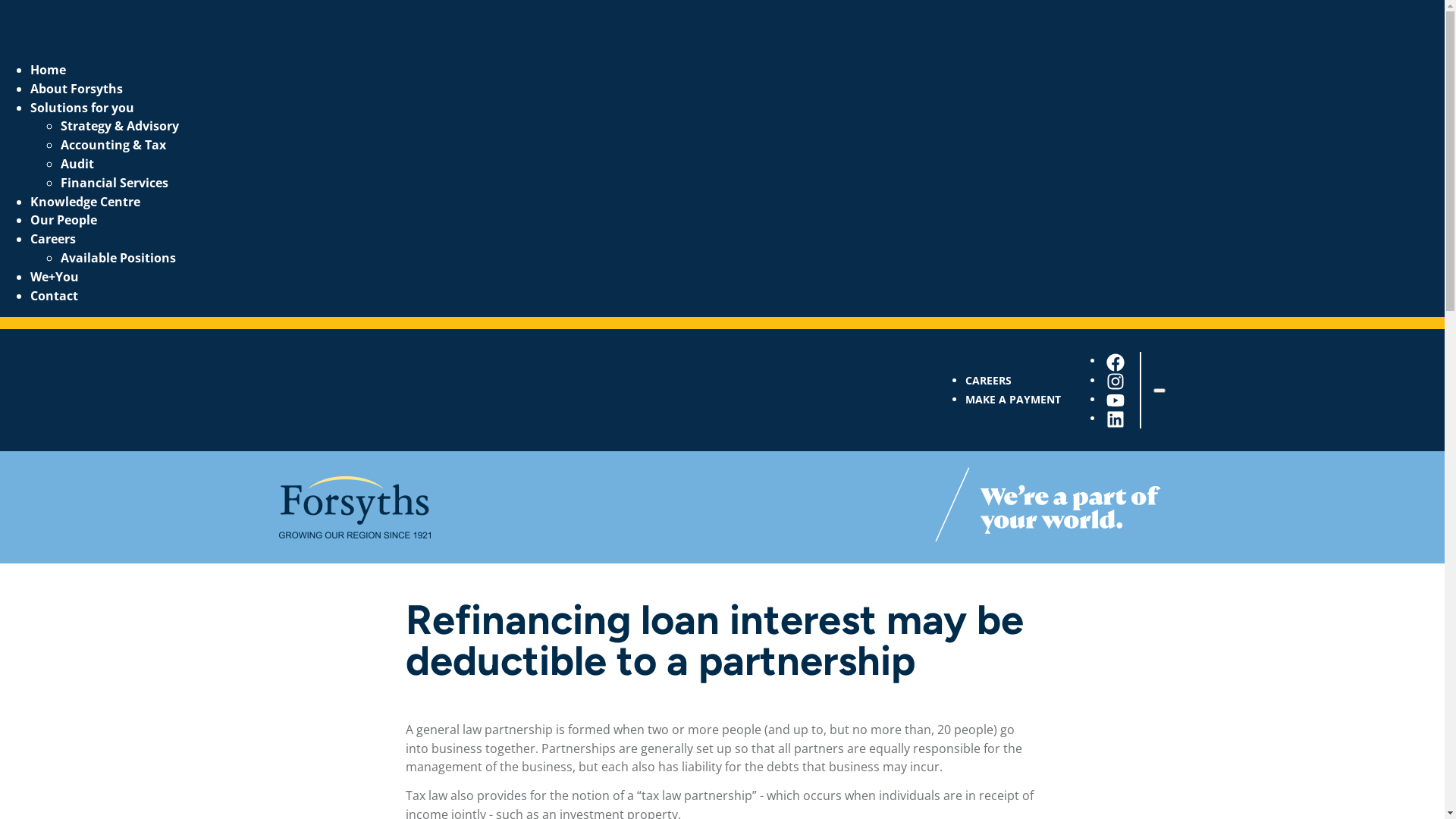 The width and height of the screenshot is (1456, 819). Describe the element at coordinates (113, 181) in the screenshot. I see `'Financial Services'` at that location.